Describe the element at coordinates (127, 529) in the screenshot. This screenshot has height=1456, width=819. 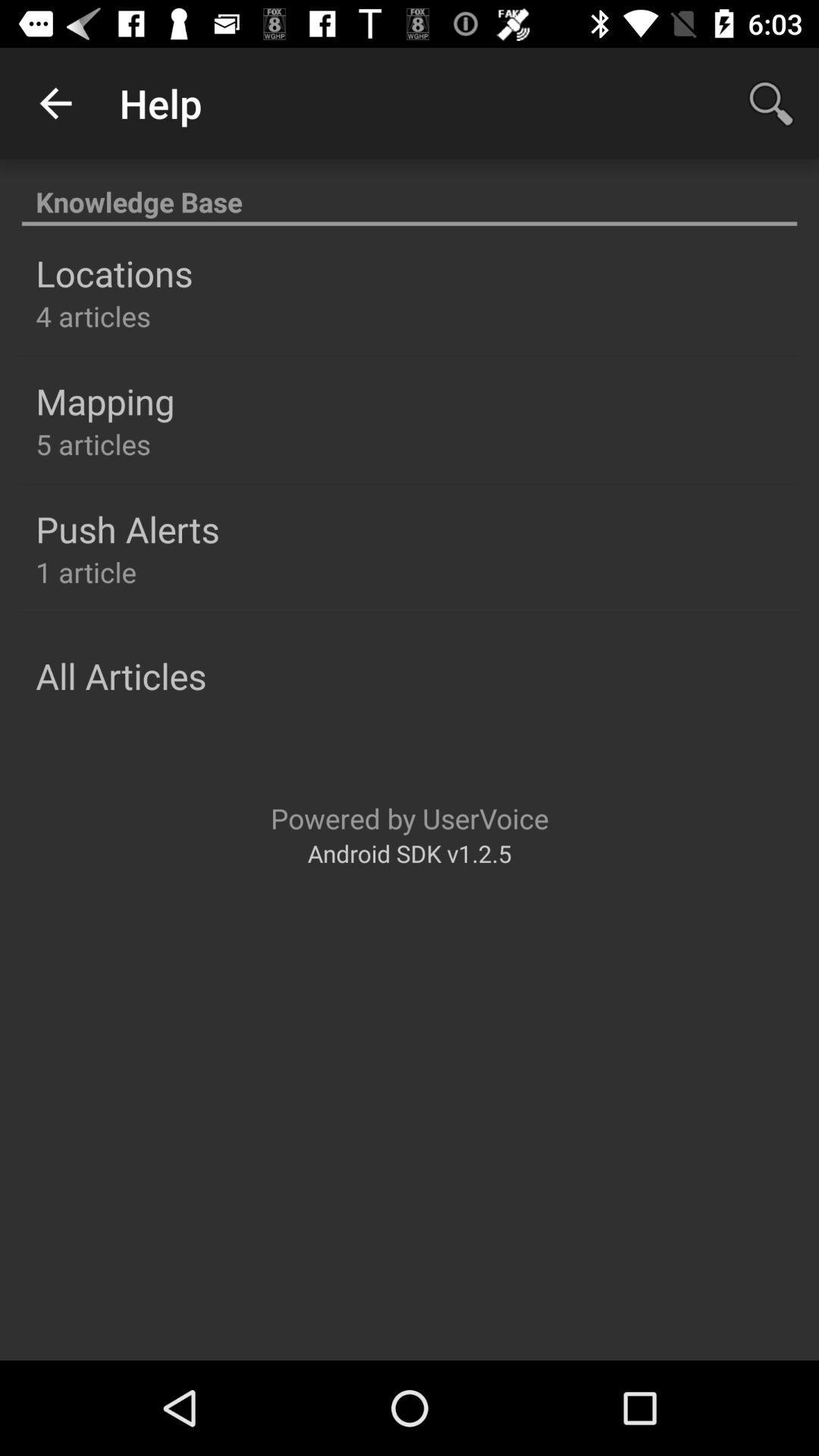
I see `the push alerts icon` at that location.